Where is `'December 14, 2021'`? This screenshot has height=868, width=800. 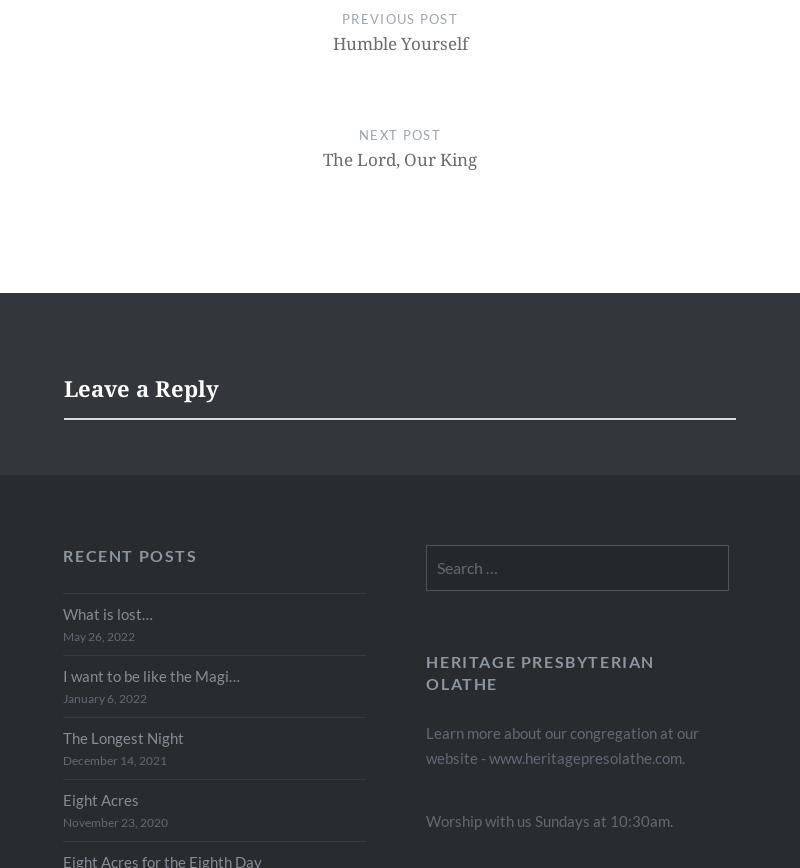 'December 14, 2021' is located at coordinates (113, 759).